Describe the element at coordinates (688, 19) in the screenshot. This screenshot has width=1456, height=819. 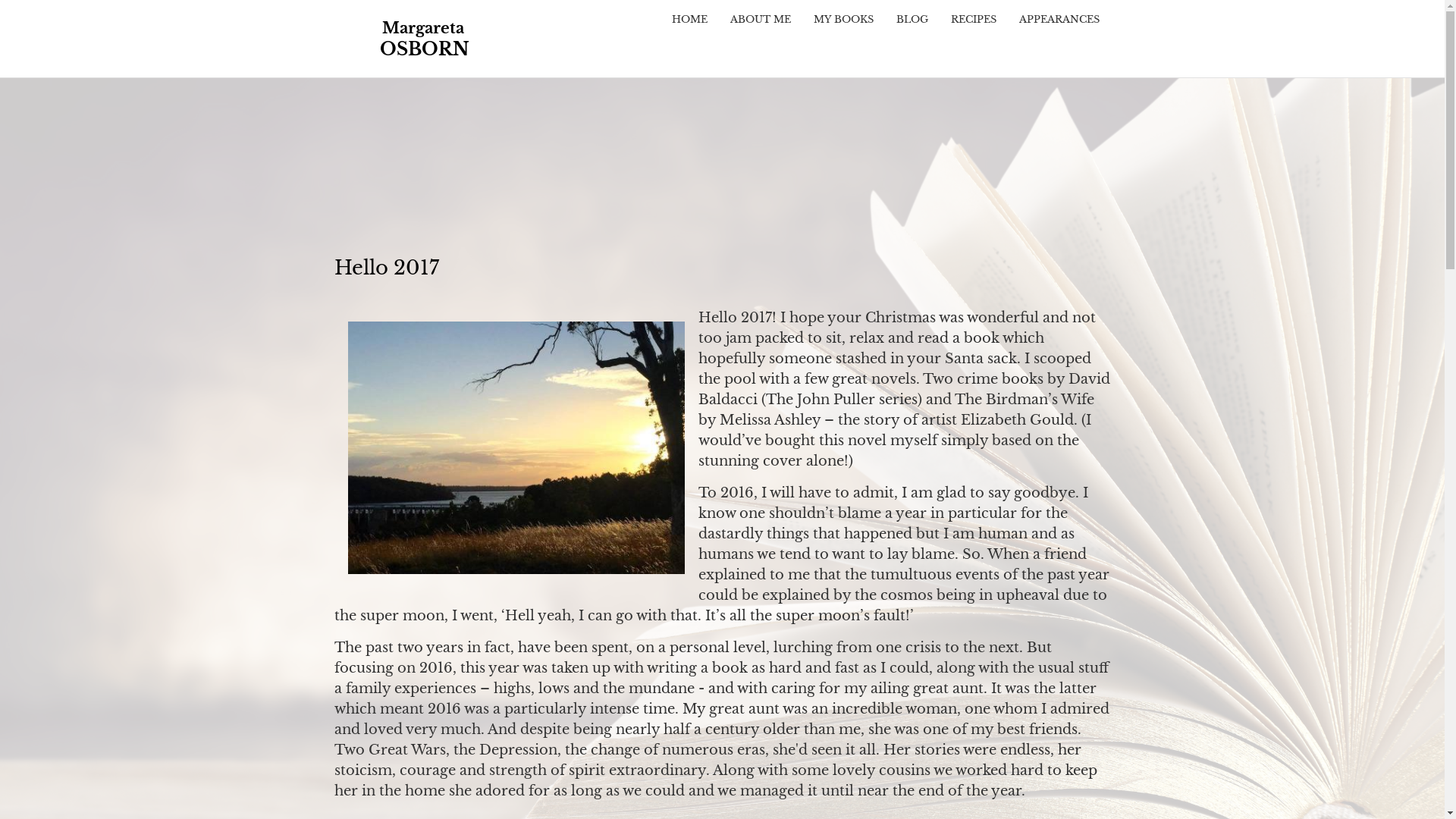
I see `'HOME'` at that location.